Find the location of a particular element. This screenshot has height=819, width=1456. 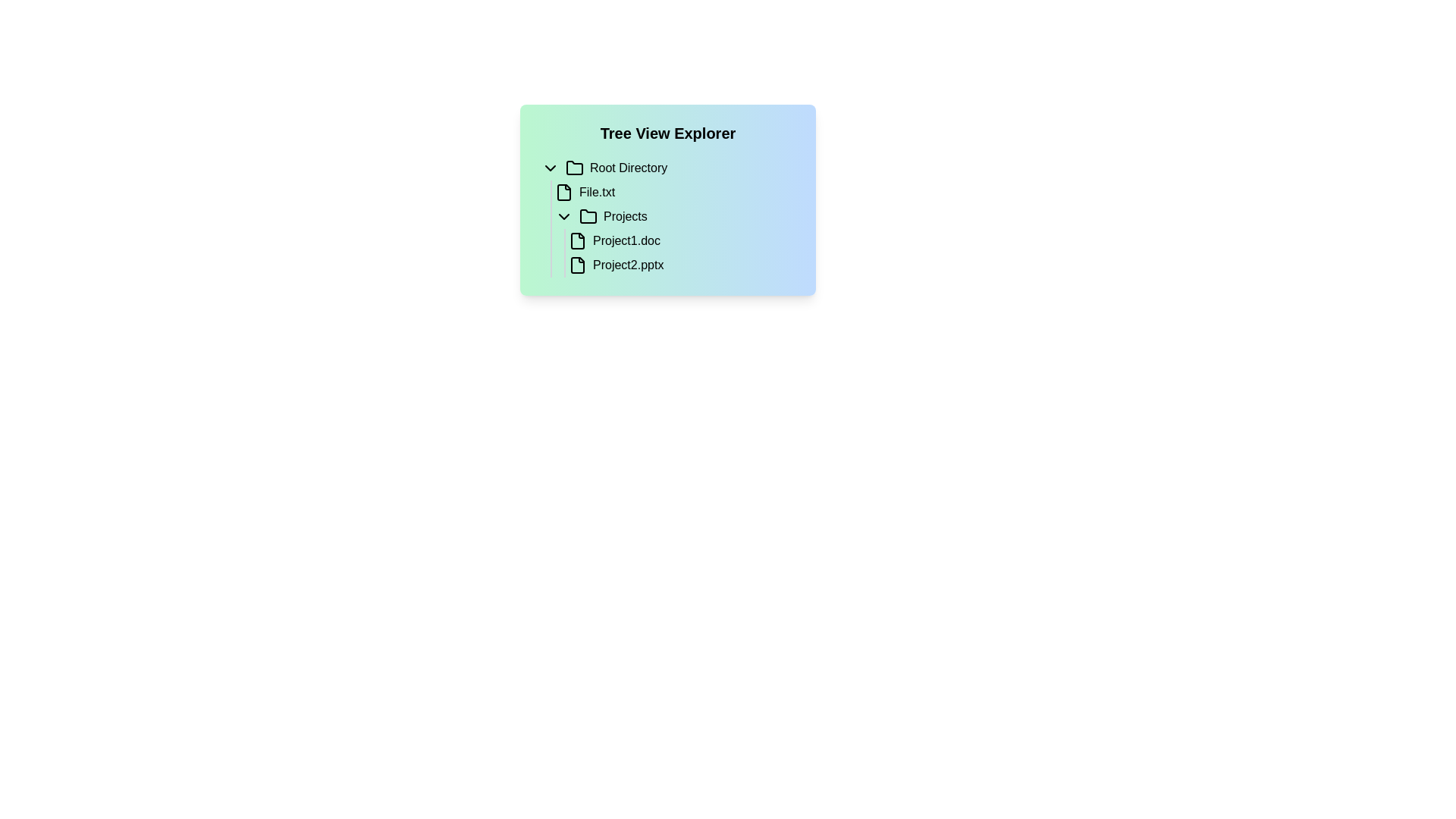

the text label 'Project1.doc' within the 'Tree View Explorer' is located at coordinates (626, 240).